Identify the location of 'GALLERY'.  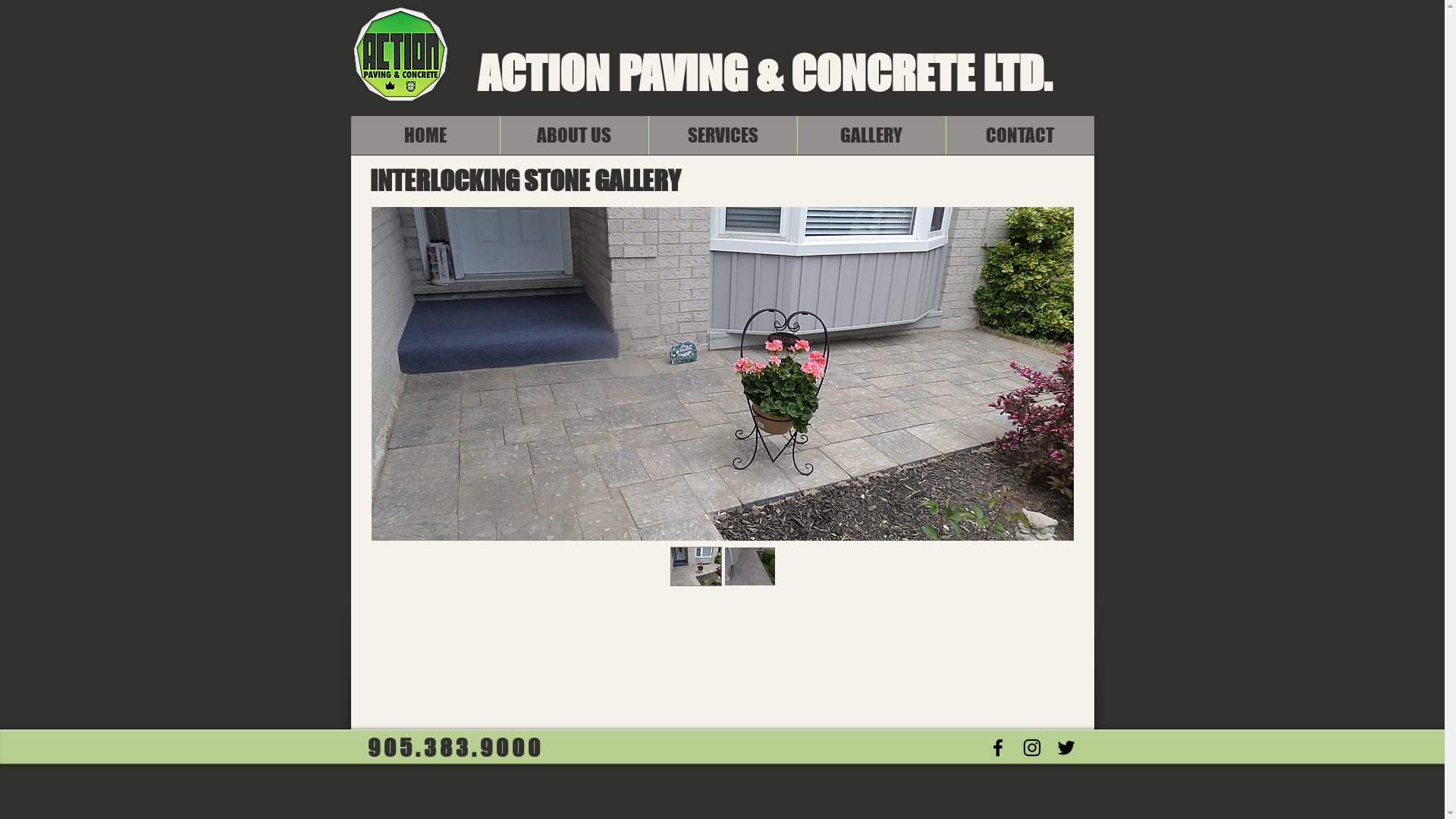
(870, 134).